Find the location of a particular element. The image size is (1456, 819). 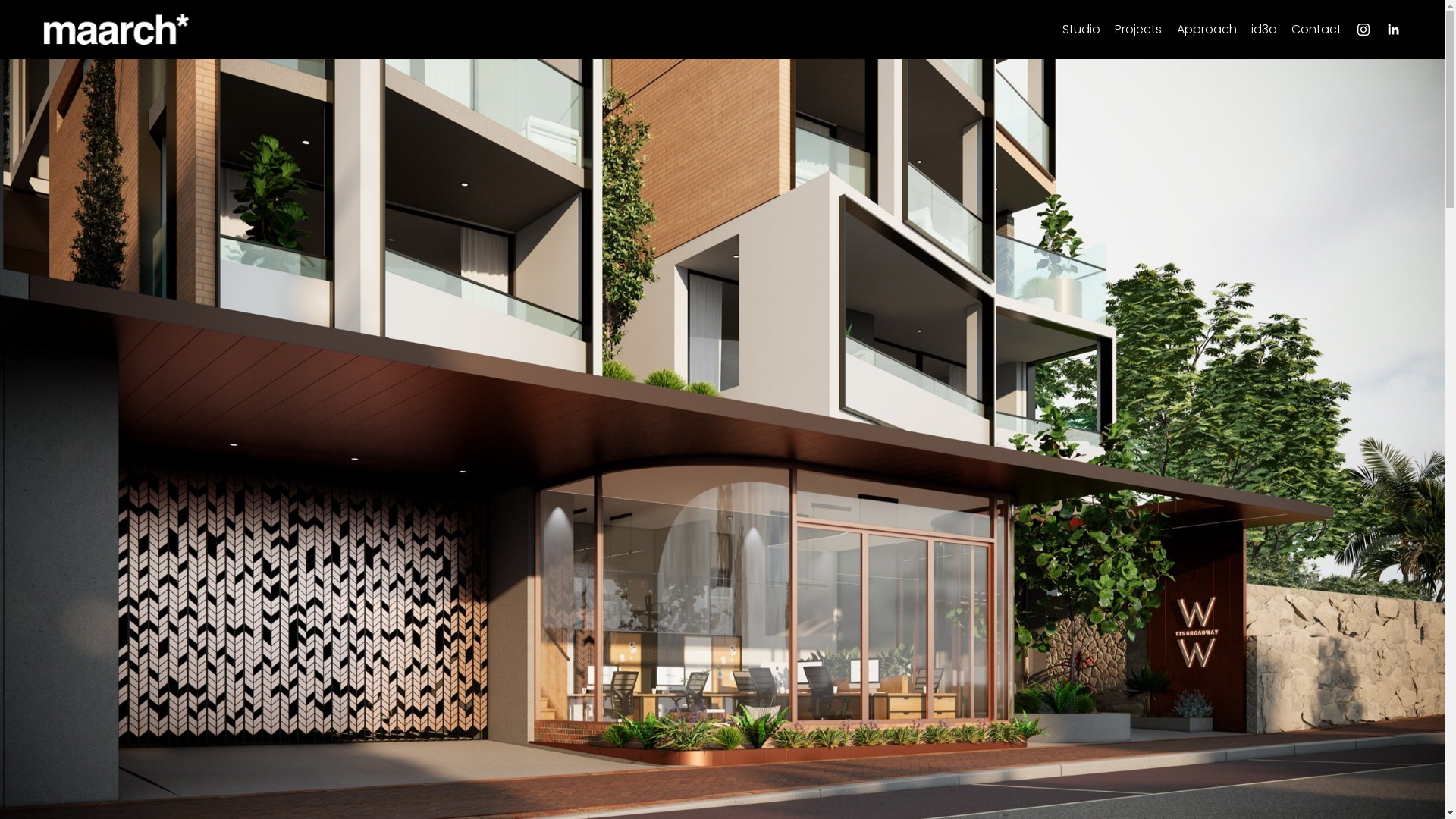

'id3a' is located at coordinates (1263, 29).